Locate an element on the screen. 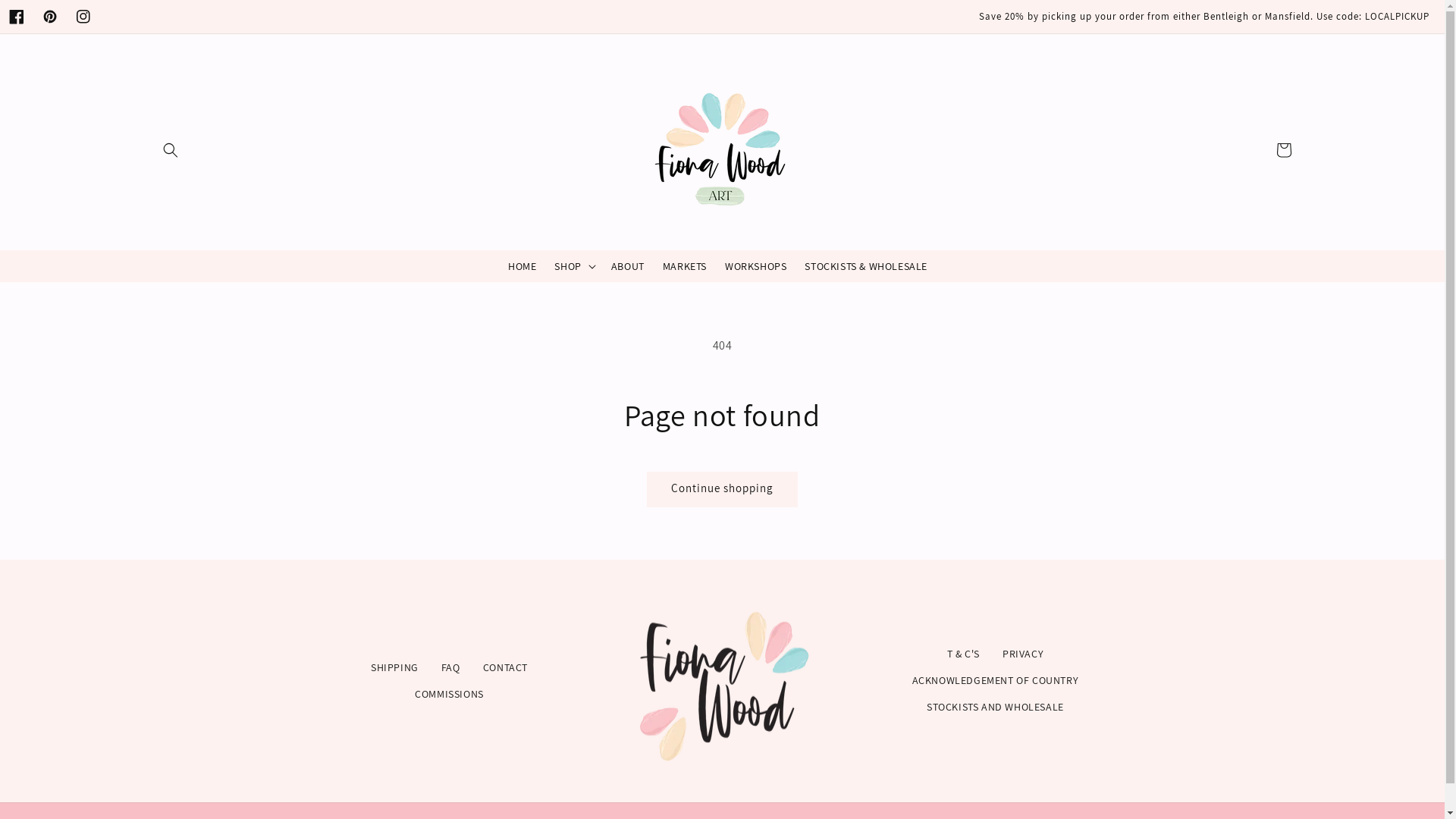 The image size is (1456, 819). 'SHIPPING' is located at coordinates (394, 667).